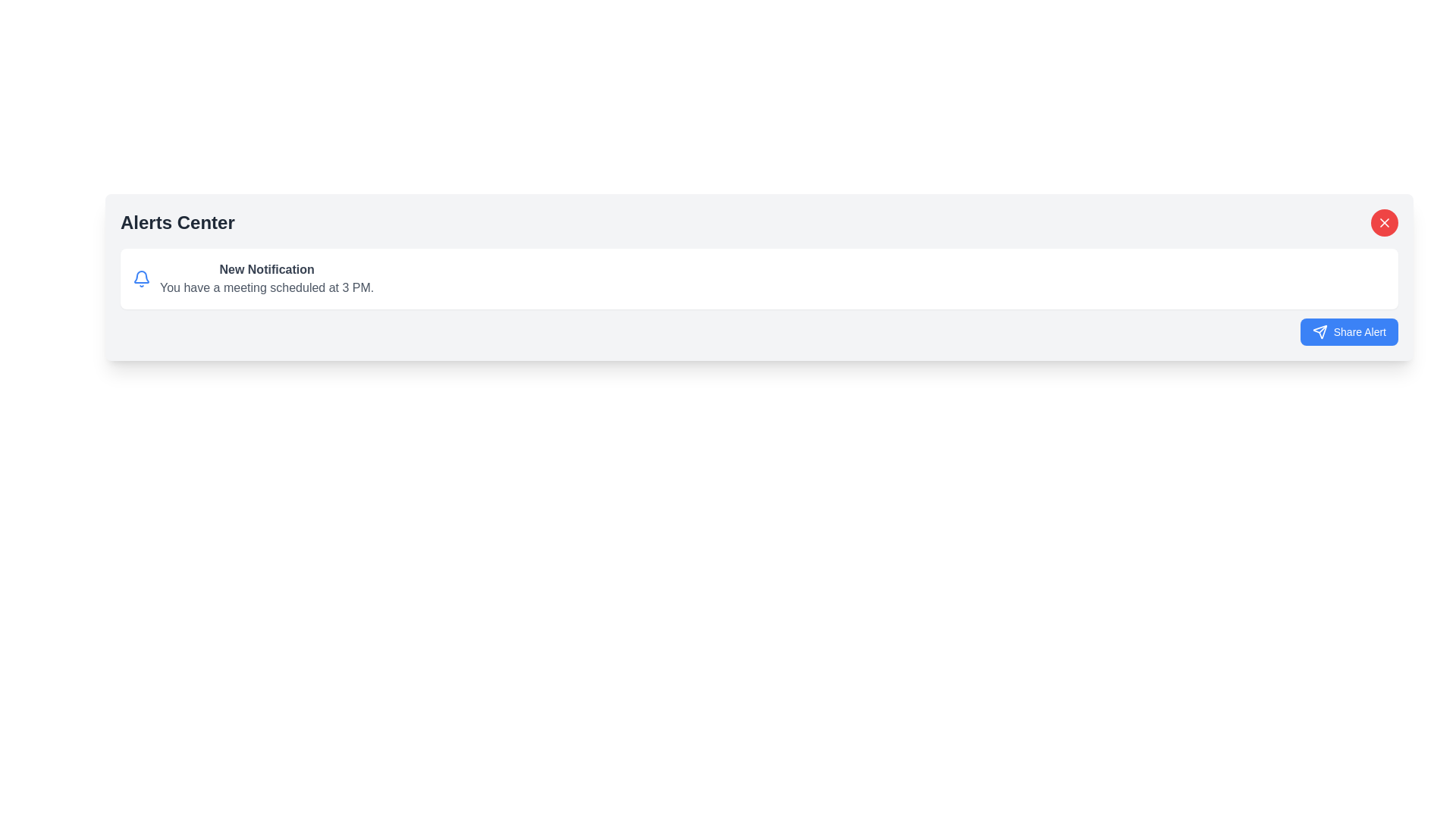 The width and height of the screenshot is (1456, 819). Describe the element at coordinates (267, 268) in the screenshot. I see `the 'New Notification' text label, which is styled with a bold font and colored gray, positioned at the upper part of the notification card layout` at that location.